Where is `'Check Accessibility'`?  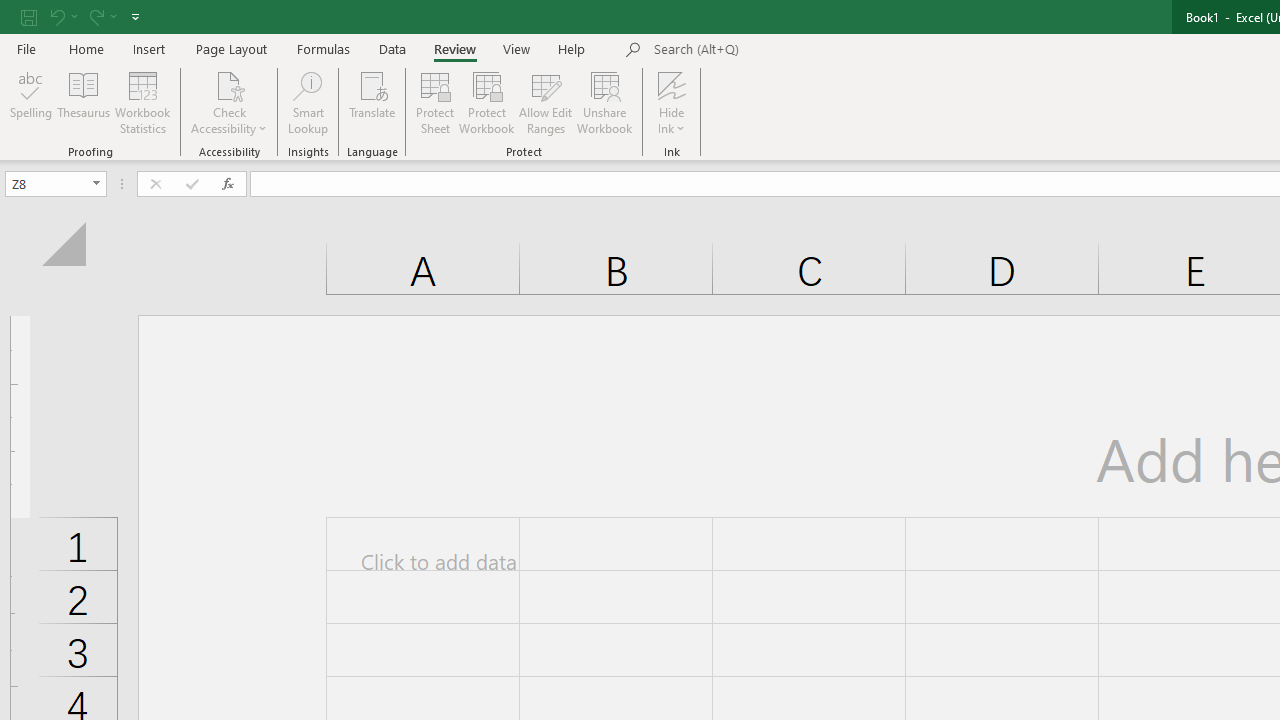 'Check Accessibility' is located at coordinates (229, 103).